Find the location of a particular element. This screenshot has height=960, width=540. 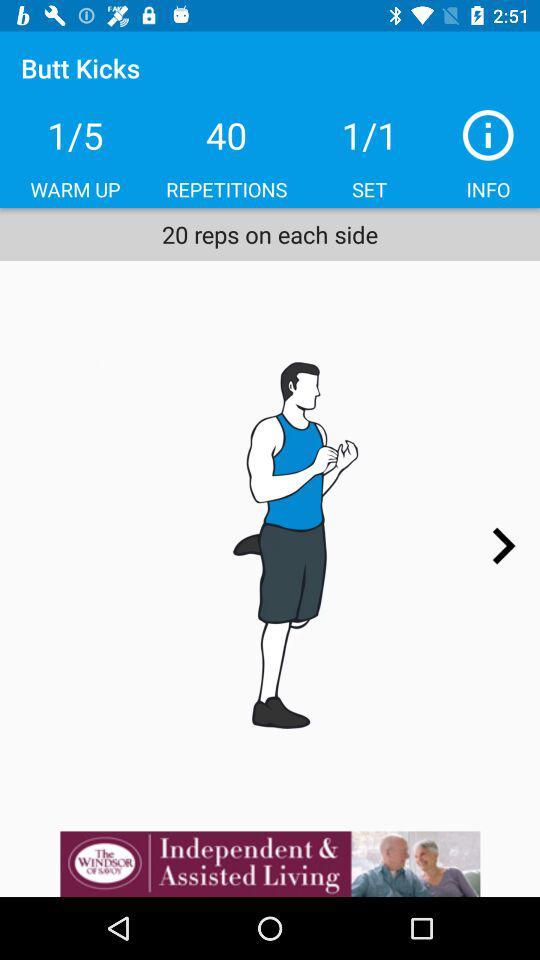

open an advertisement is located at coordinates (270, 863).